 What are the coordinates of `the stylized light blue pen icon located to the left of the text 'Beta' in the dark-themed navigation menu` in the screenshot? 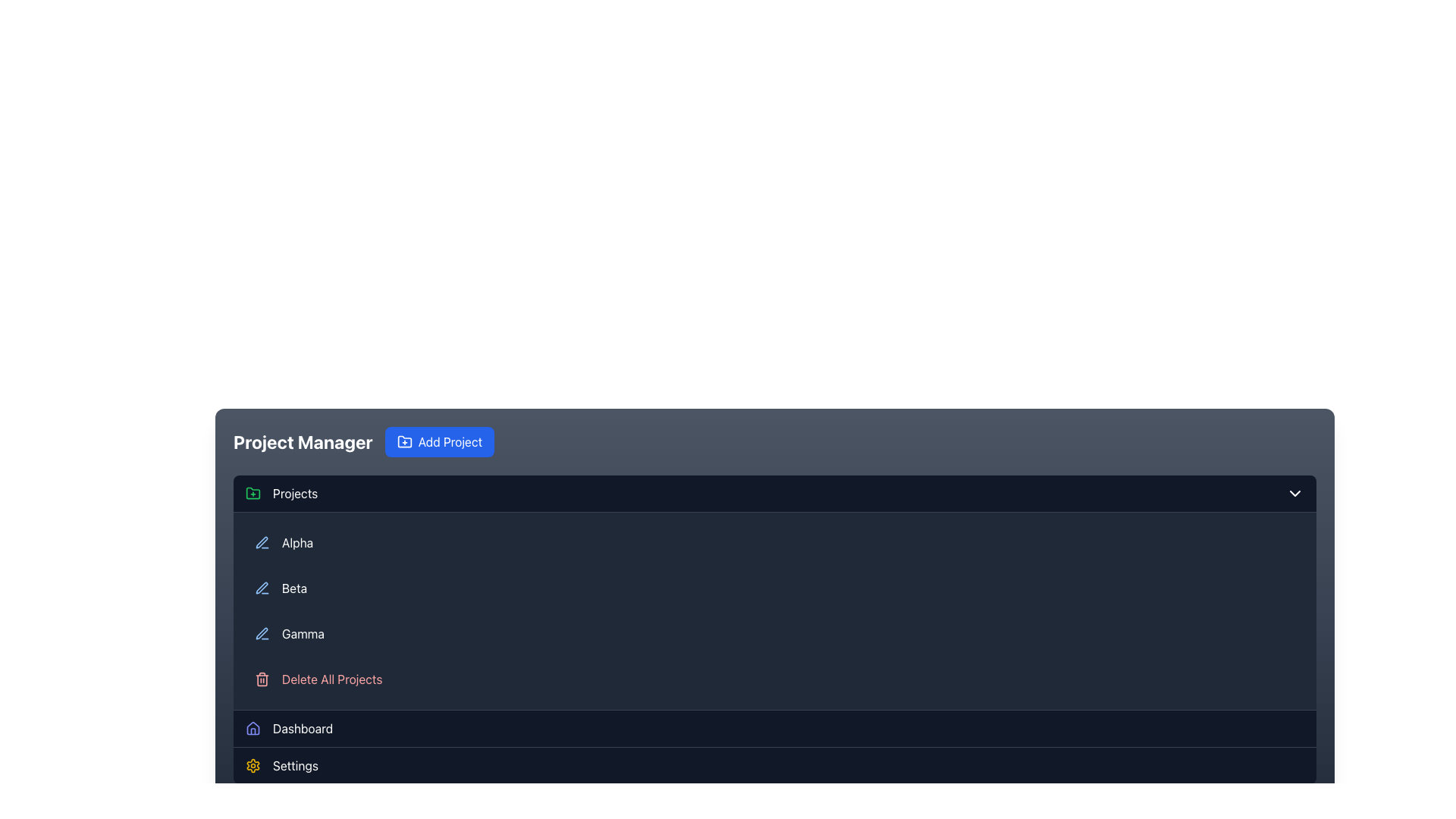 It's located at (262, 587).